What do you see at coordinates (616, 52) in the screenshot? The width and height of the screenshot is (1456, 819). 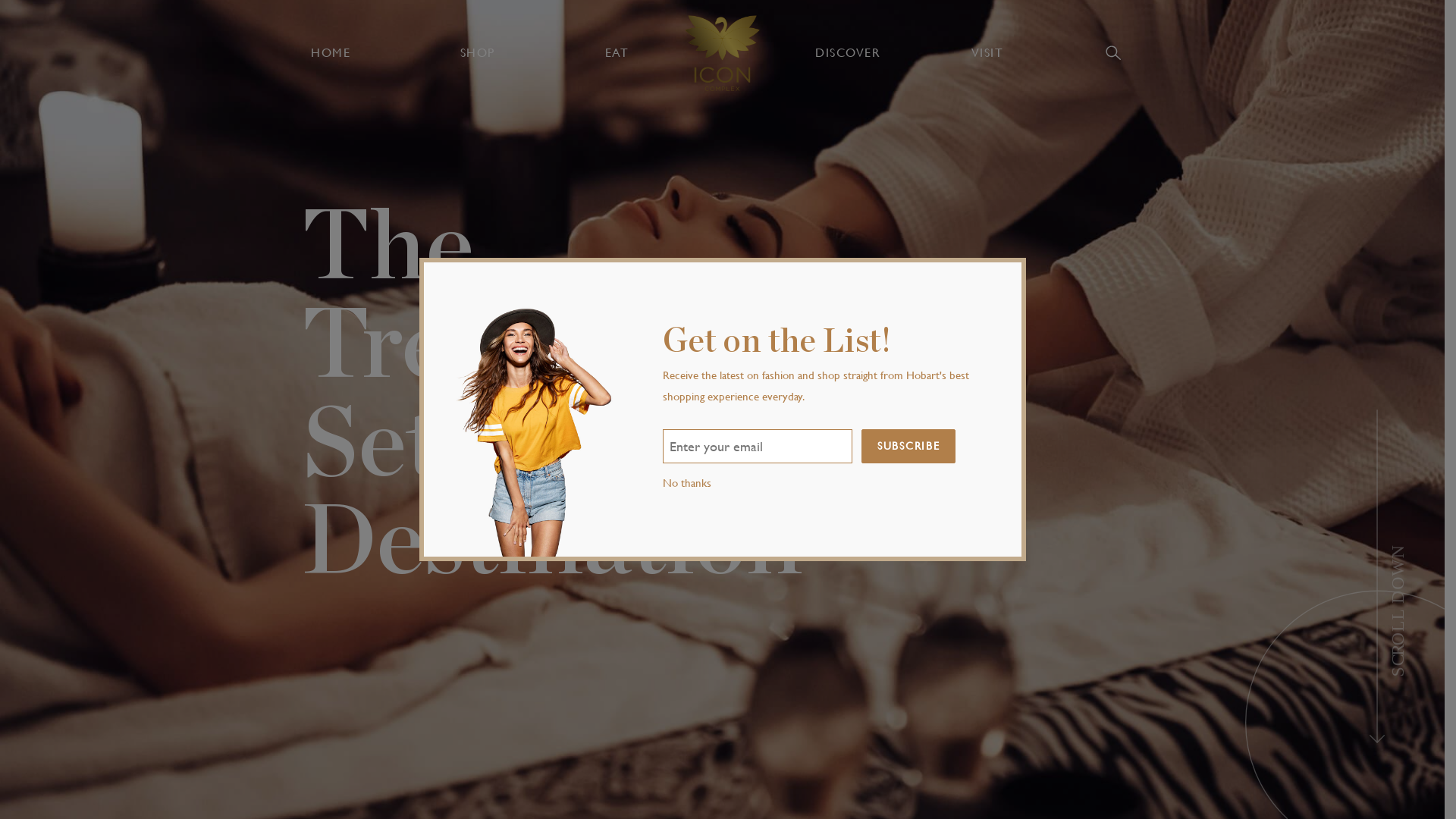 I see `'EAT'` at bounding box center [616, 52].